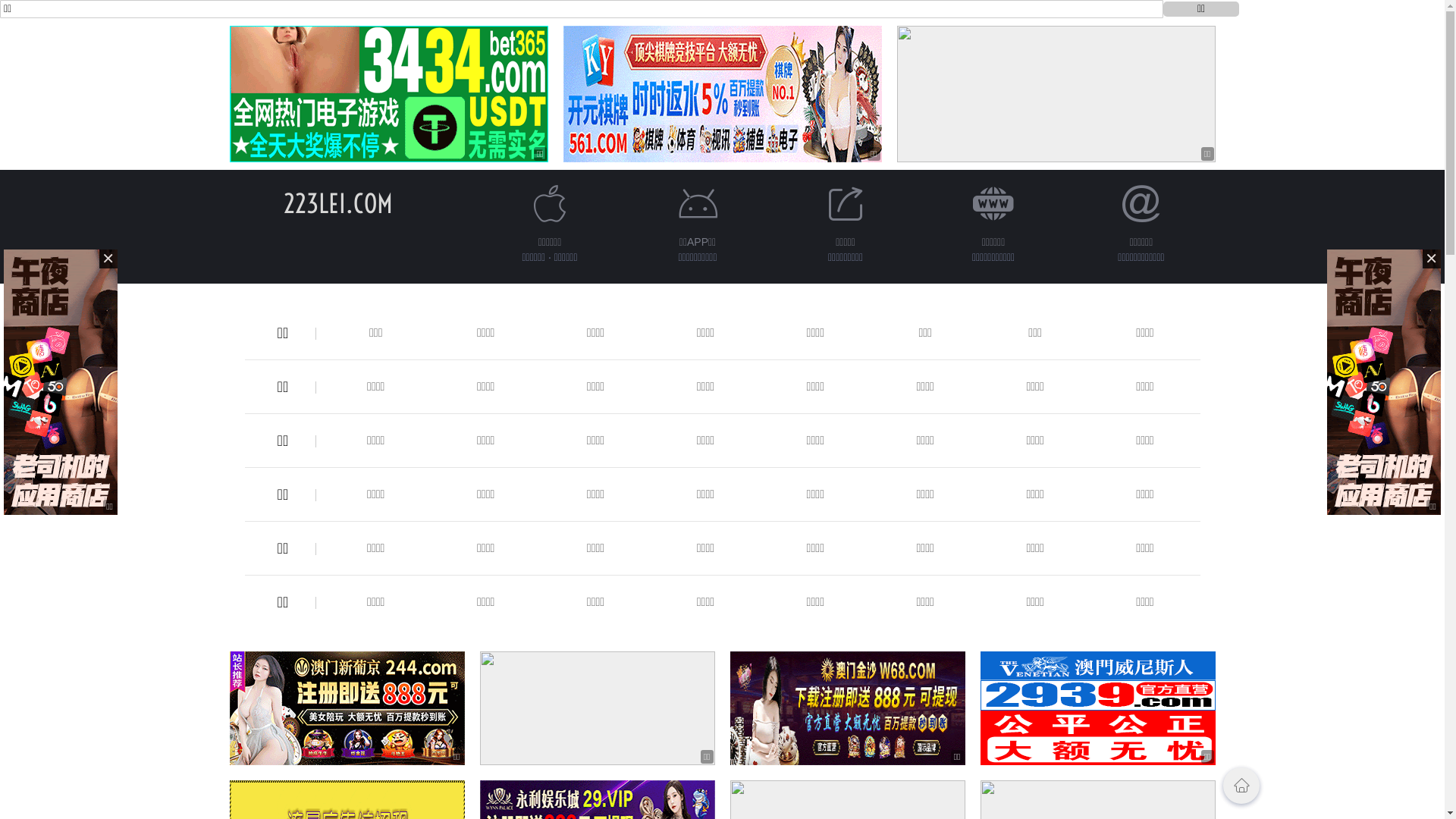 The width and height of the screenshot is (1456, 819). Describe the element at coordinates (337, 202) in the screenshot. I see `'223LEI.COM'` at that location.